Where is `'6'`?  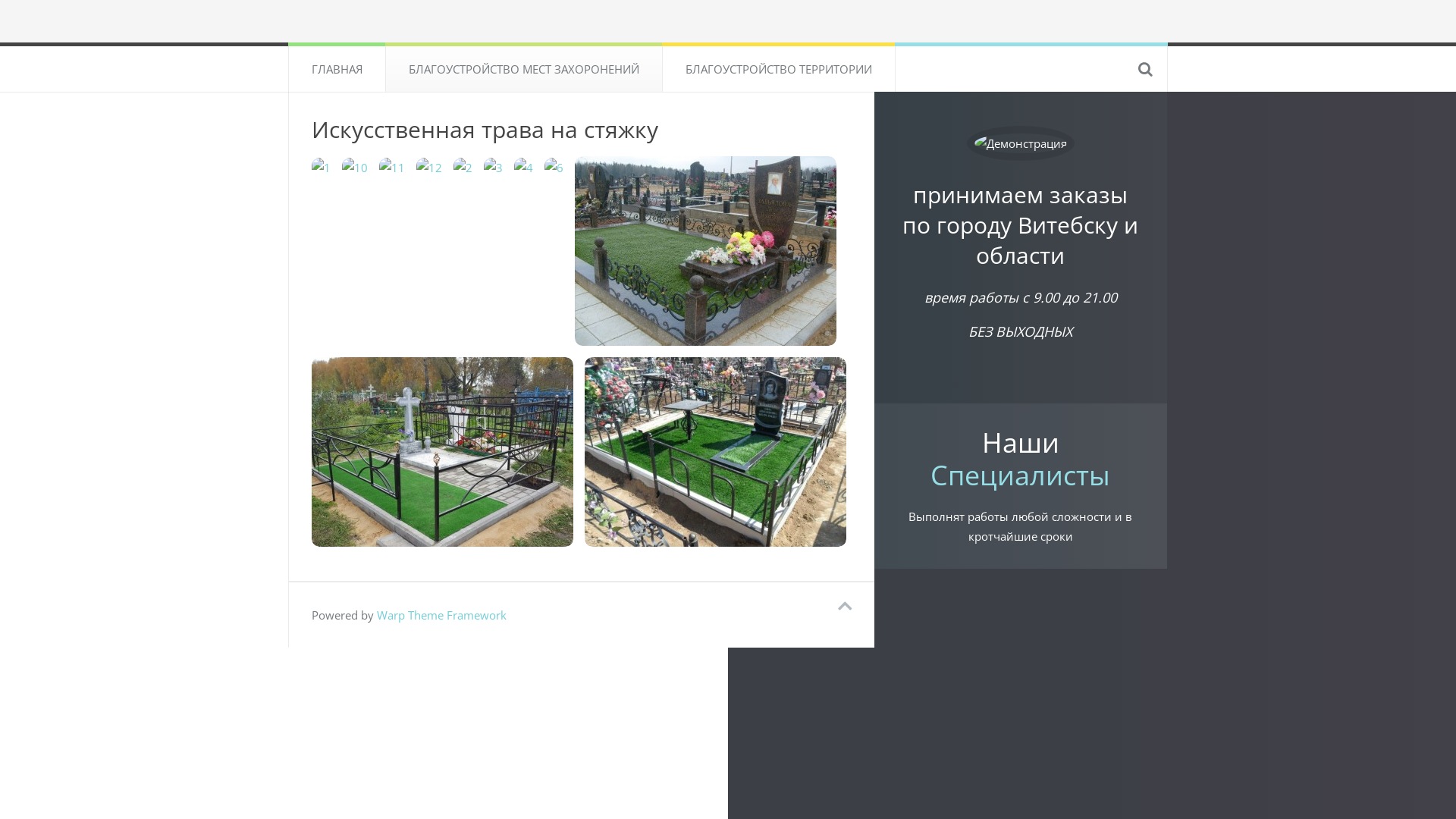 '6' is located at coordinates (553, 166).